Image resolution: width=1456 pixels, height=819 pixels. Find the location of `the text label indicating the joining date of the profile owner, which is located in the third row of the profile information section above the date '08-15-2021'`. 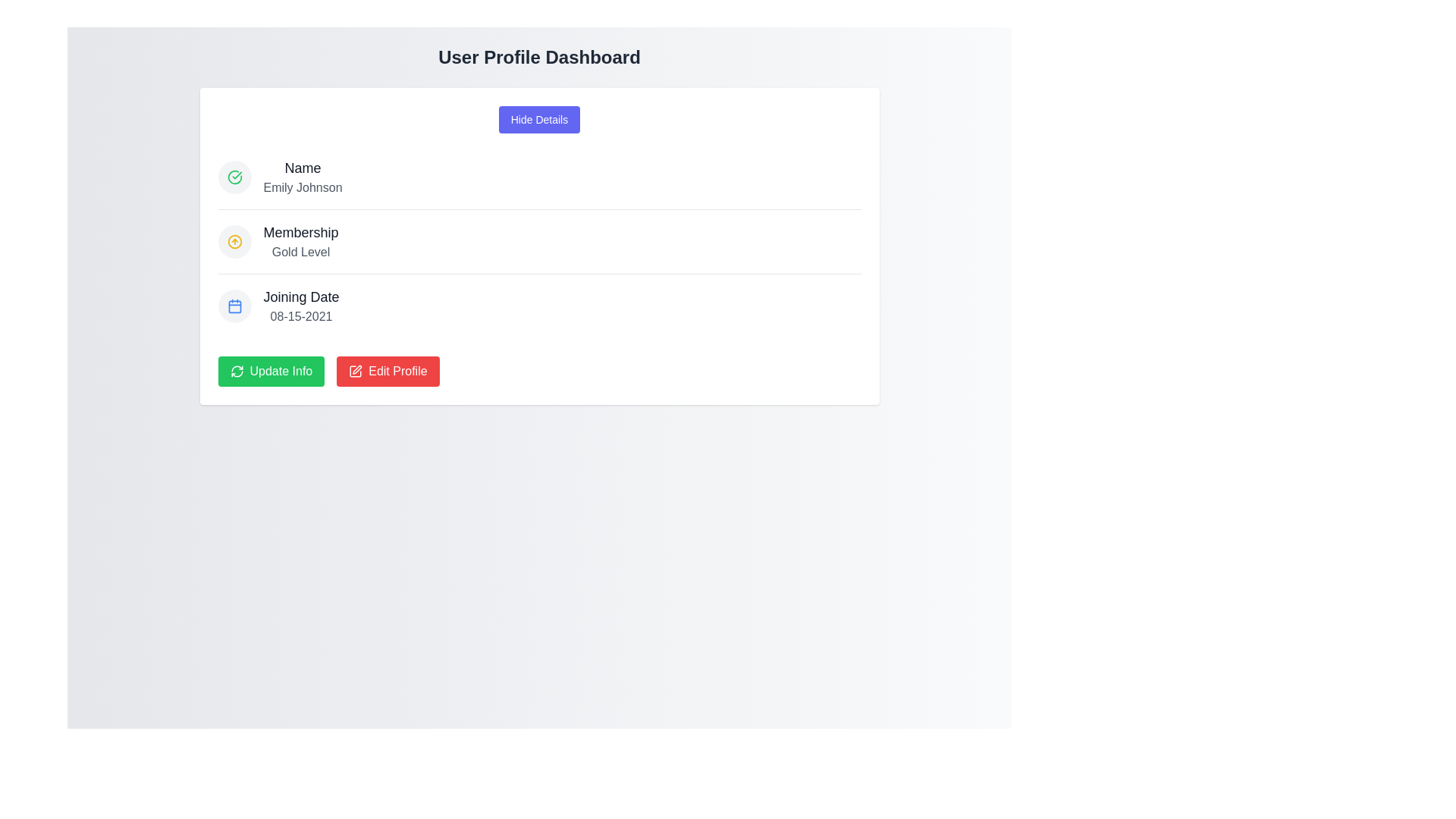

the text label indicating the joining date of the profile owner, which is located in the third row of the profile information section above the date '08-15-2021' is located at coordinates (301, 297).